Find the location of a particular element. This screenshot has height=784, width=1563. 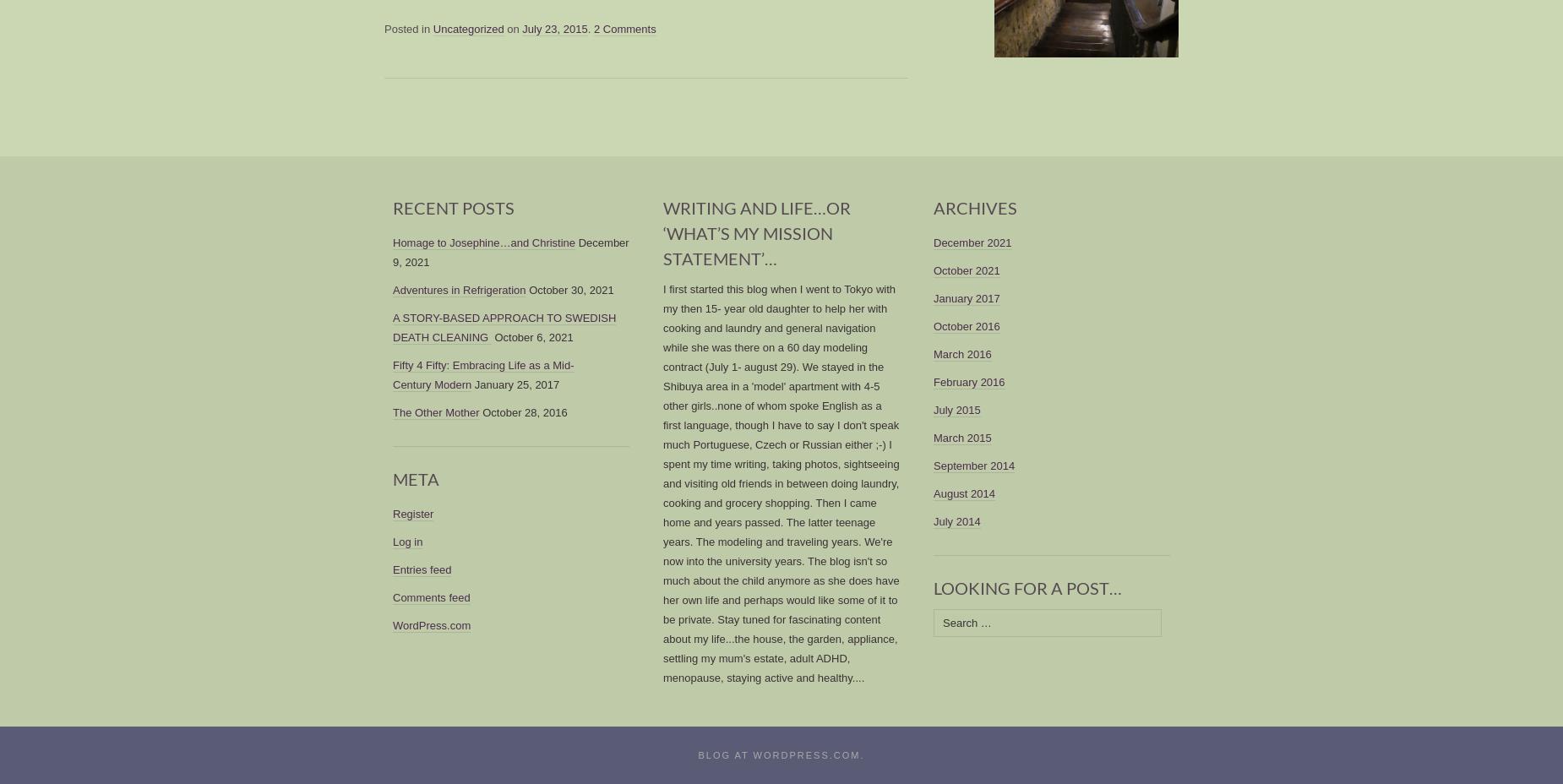

'A STORY-BASED APPROACH TO SWEDISH DEATH CLEANING' is located at coordinates (504, 327).